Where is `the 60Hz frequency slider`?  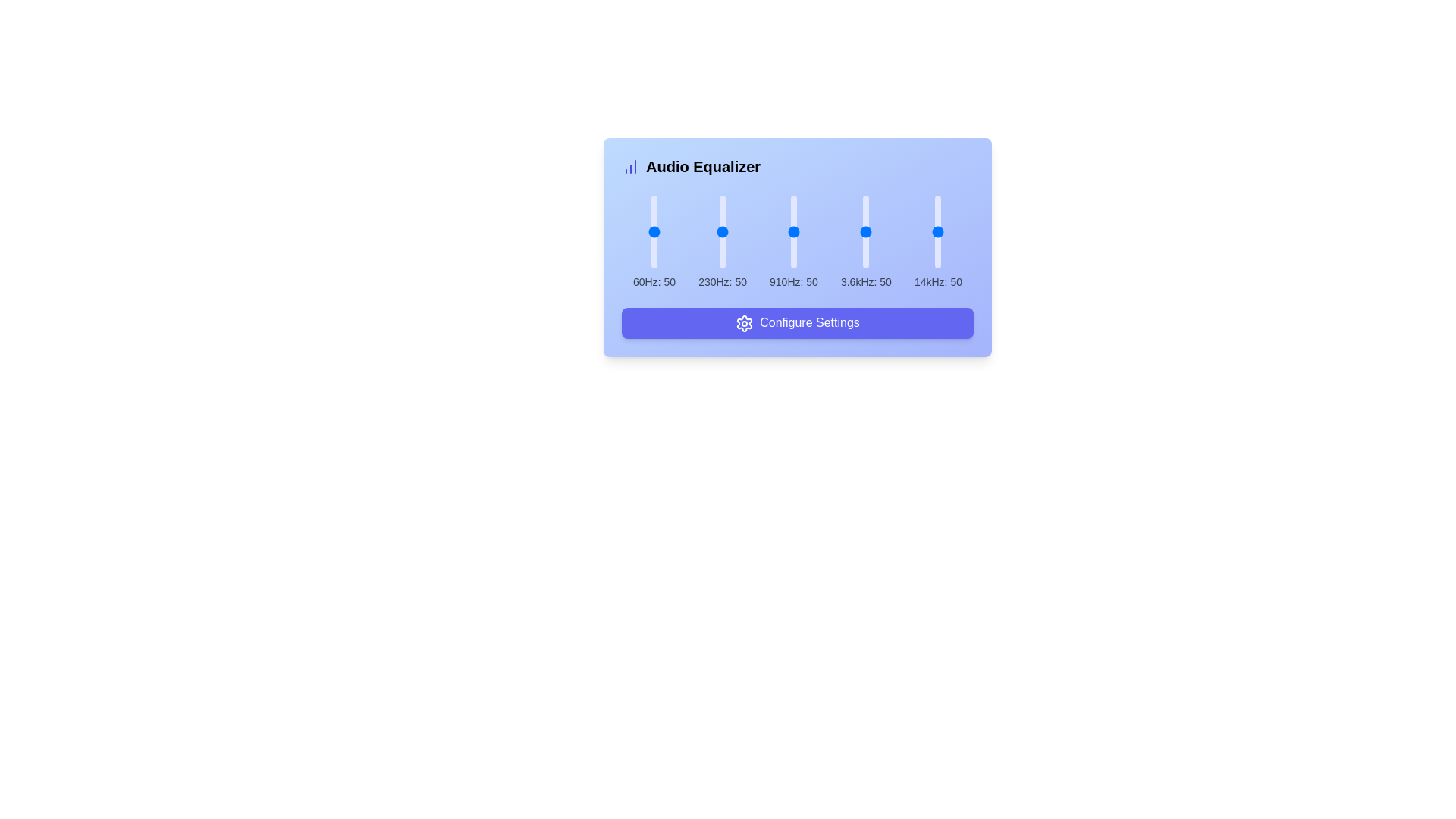 the 60Hz frequency slider is located at coordinates (654, 228).